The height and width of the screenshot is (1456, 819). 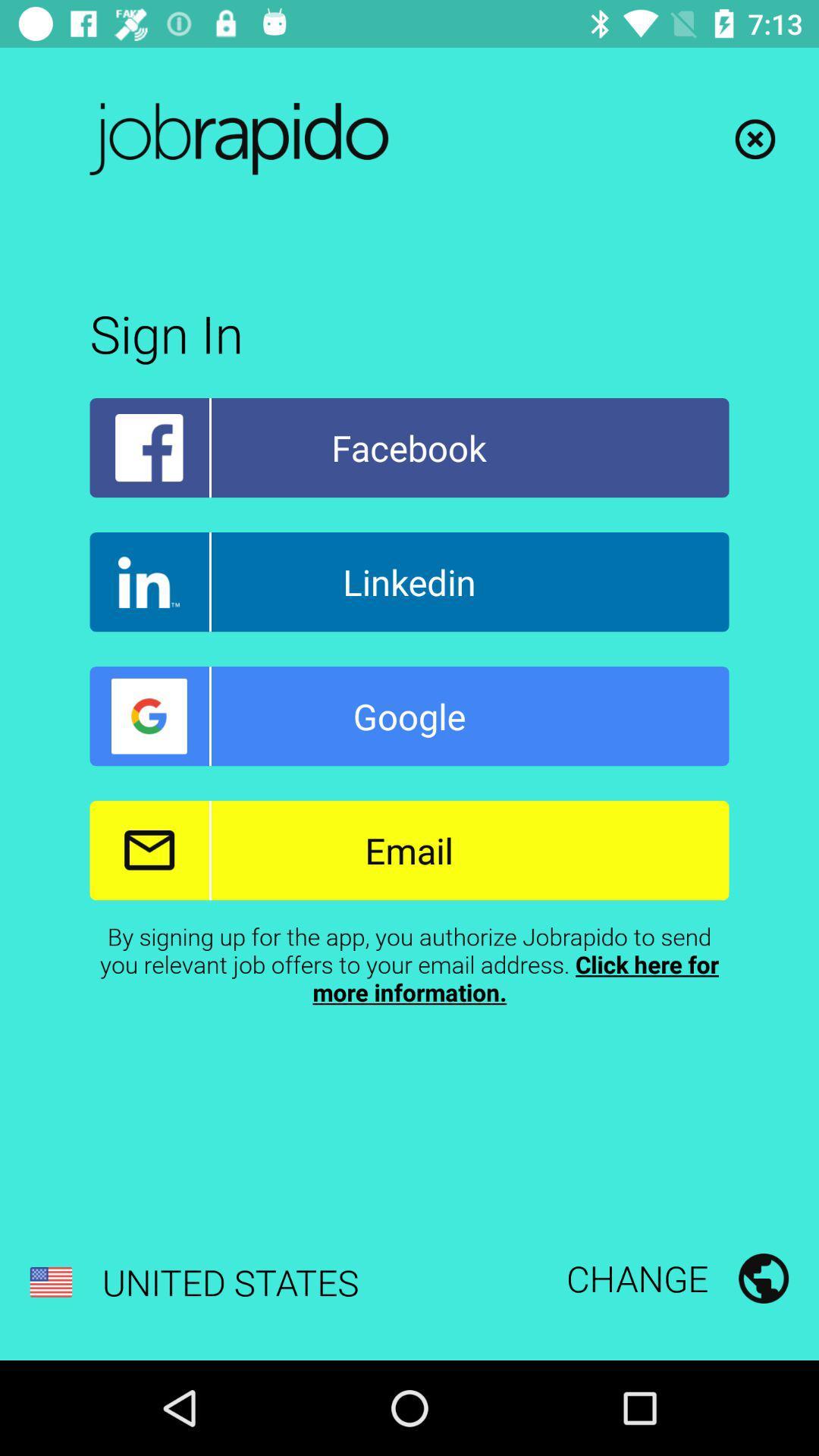 What do you see at coordinates (409, 963) in the screenshot?
I see `the by signing up` at bounding box center [409, 963].